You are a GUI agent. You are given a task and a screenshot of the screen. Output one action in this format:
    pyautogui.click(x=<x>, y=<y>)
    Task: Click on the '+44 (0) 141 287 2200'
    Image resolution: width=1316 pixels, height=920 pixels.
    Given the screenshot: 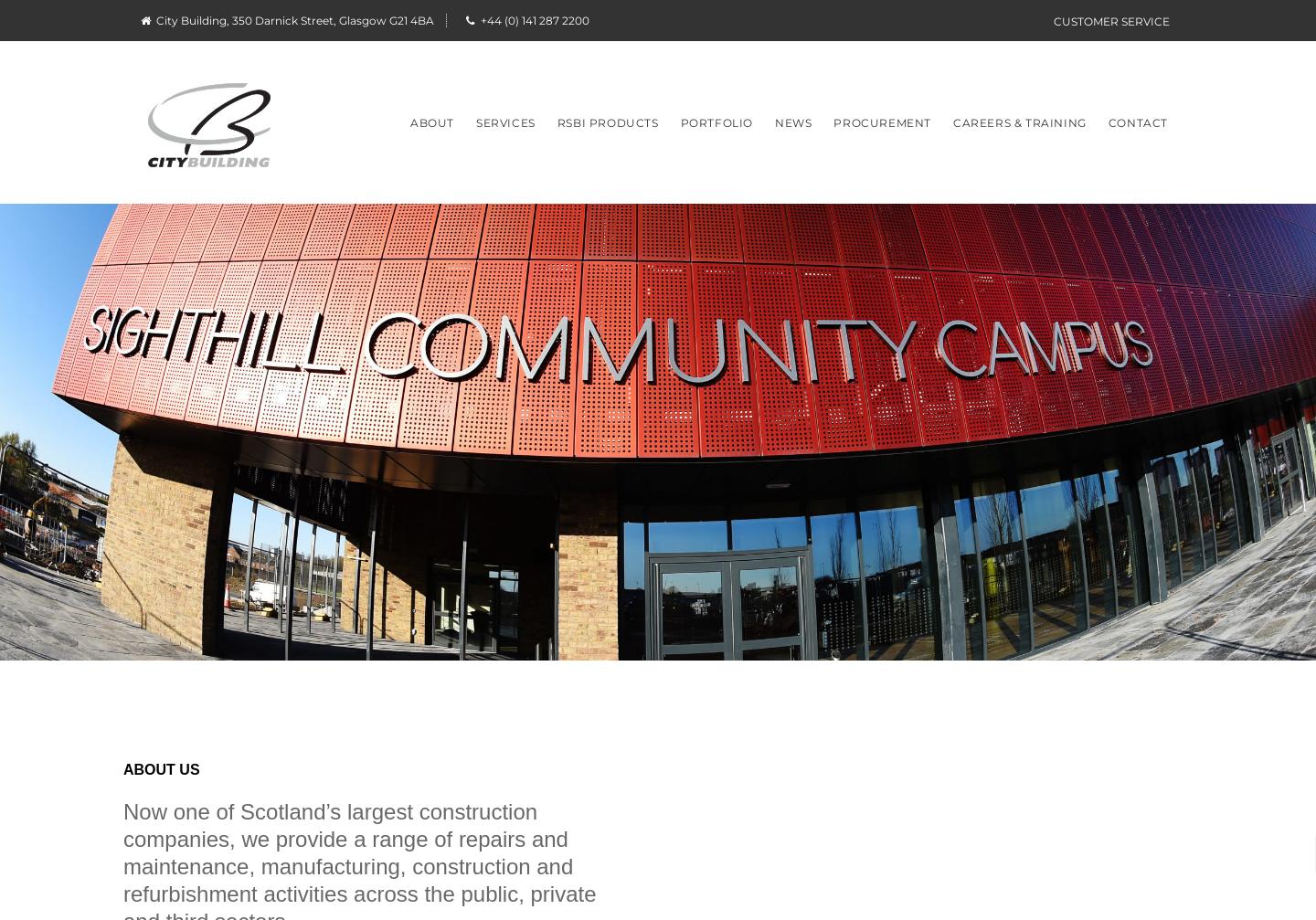 What is the action you would take?
    pyautogui.click(x=477, y=20)
    